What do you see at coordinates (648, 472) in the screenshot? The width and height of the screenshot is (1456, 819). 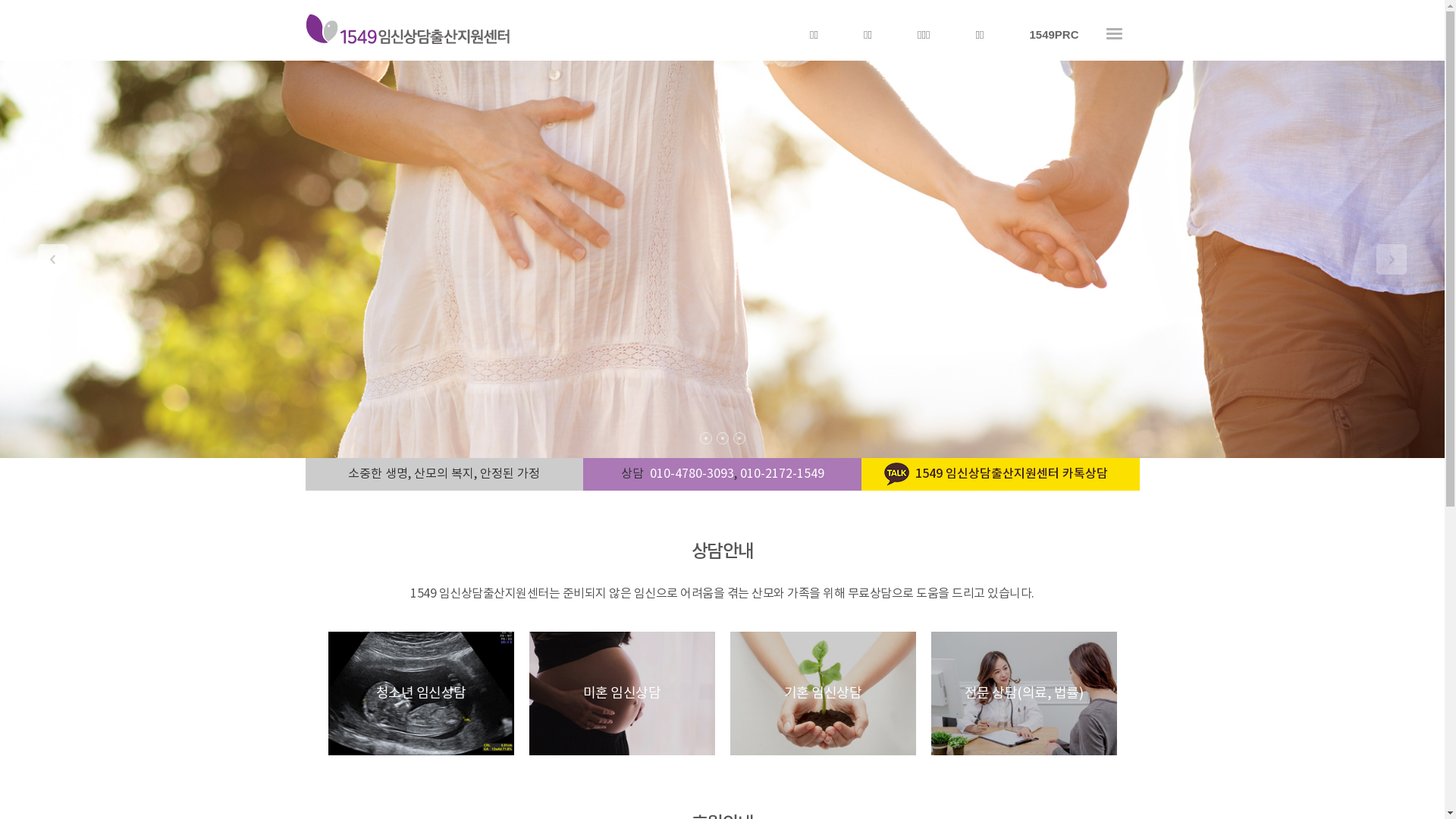 I see `'010-4780-3093'` at bounding box center [648, 472].